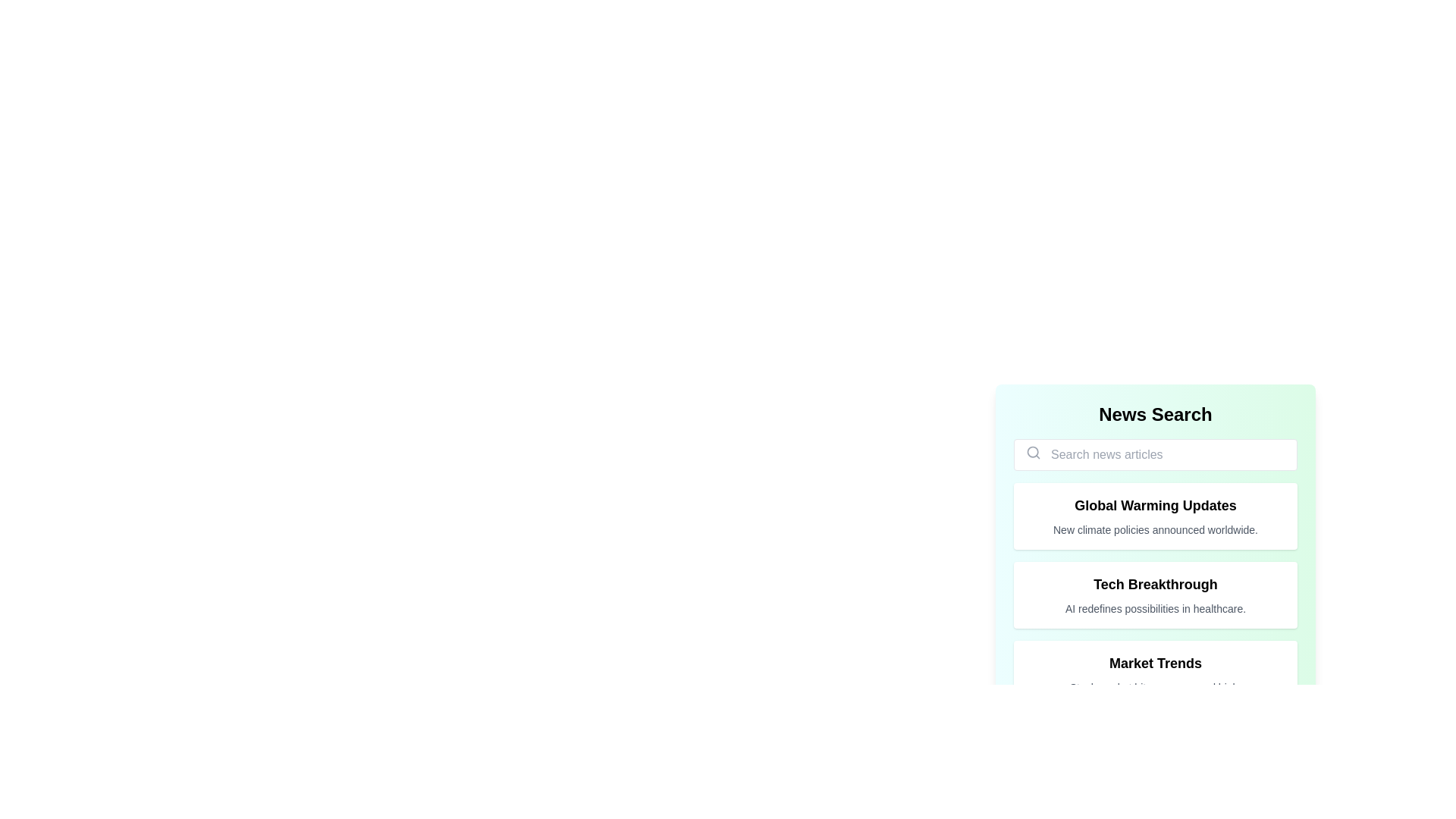 Image resolution: width=1456 pixels, height=819 pixels. I want to click on the text snippet reading 'AI redefines possibilities in healthcare.' which is located beneath the bold header 'Tech Breakthrough' within the highlighted card, so click(1154, 607).